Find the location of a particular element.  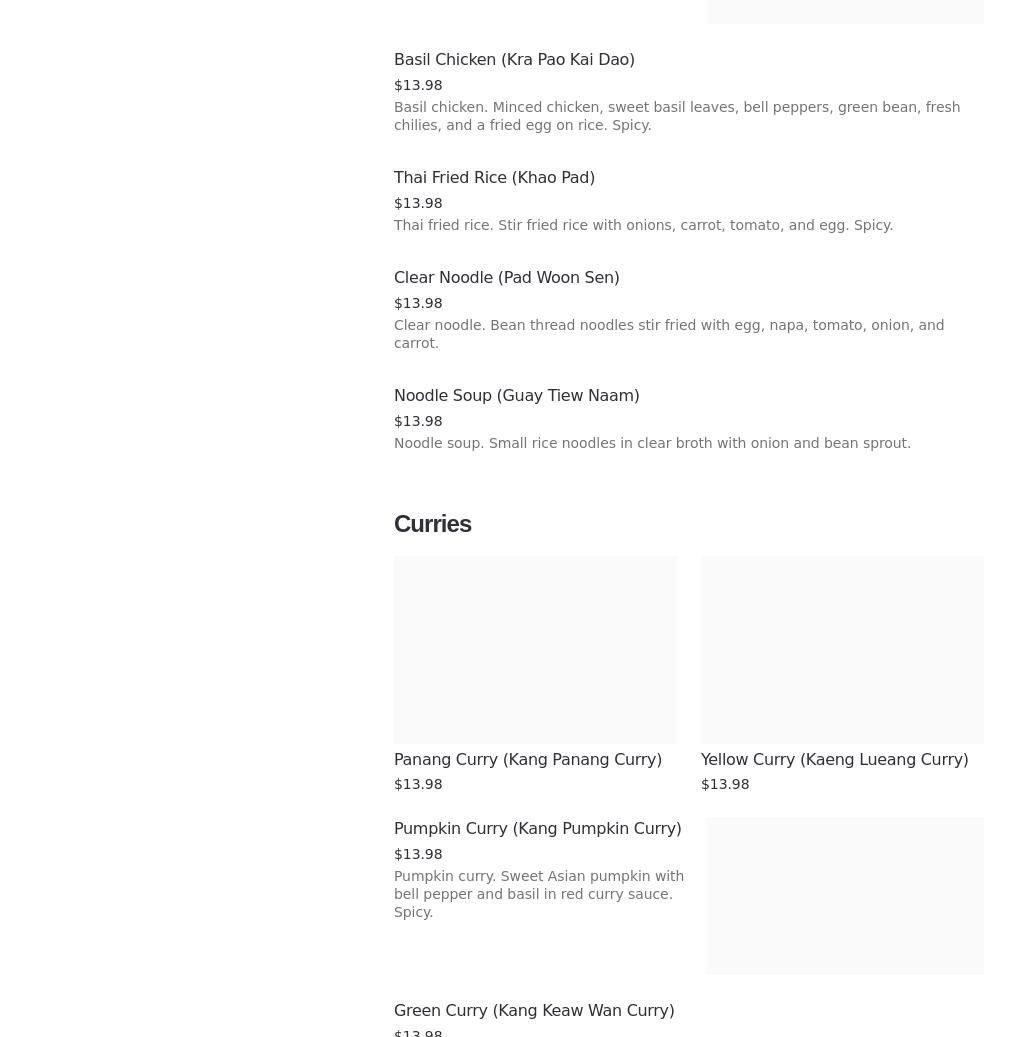

'Pumpkin Curry (Kang Pumpkin Curry)' is located at coordinates (537, 828).